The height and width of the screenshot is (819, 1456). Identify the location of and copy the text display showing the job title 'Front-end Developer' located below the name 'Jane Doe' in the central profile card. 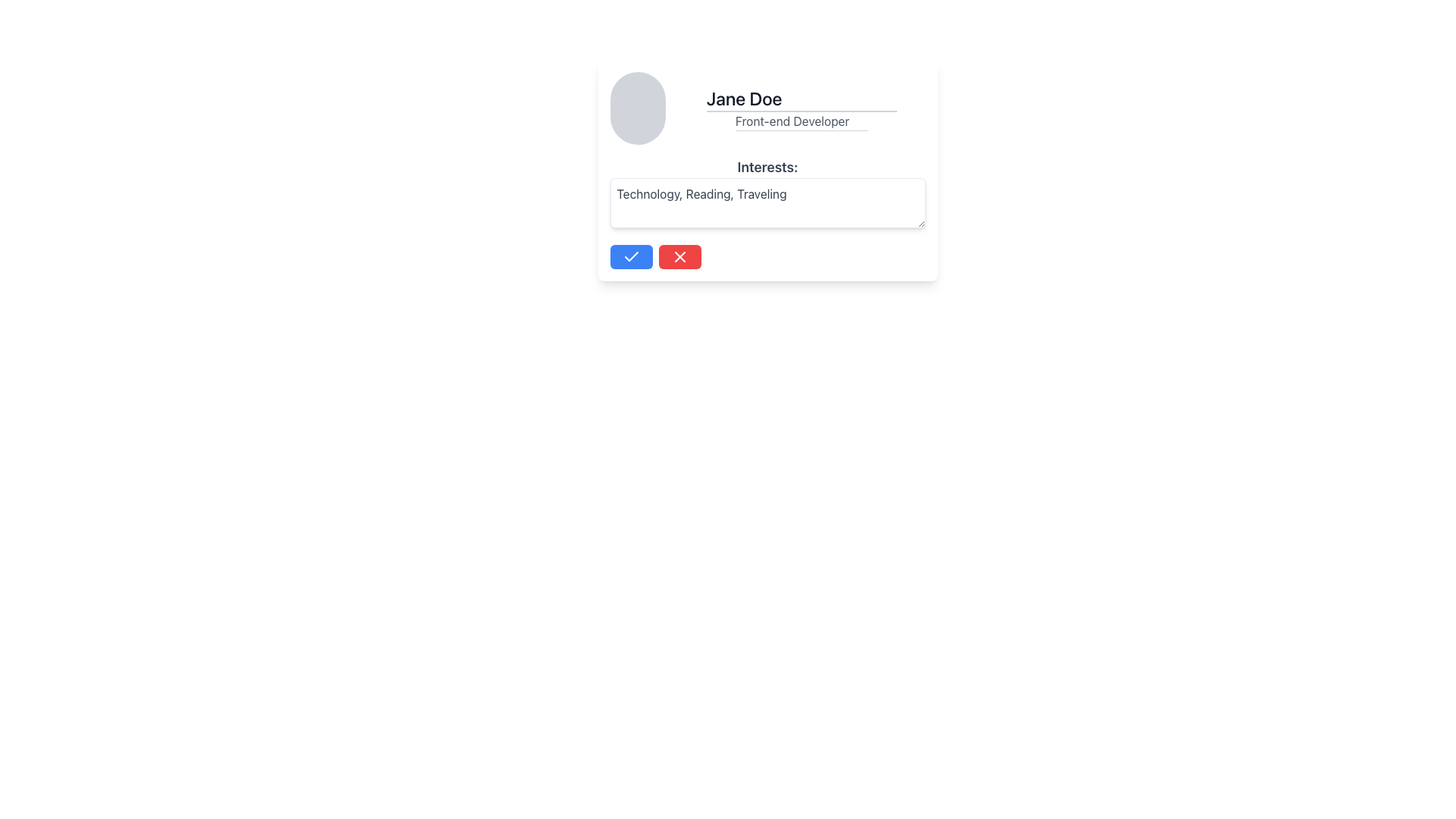
(801, 120).